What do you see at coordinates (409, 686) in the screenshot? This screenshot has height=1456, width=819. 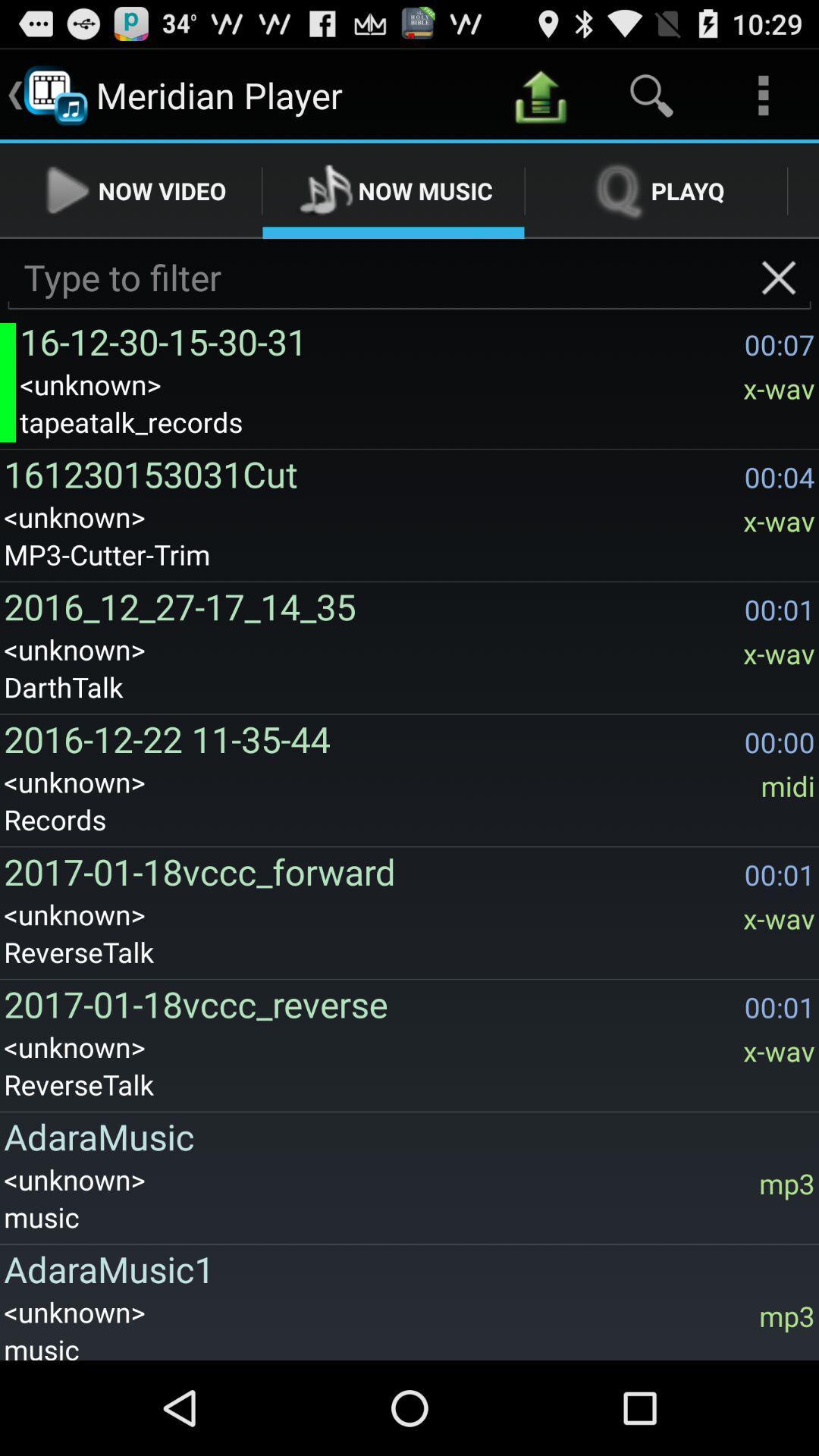 I see `the darthtalk app` at bounding box center [409, 686].